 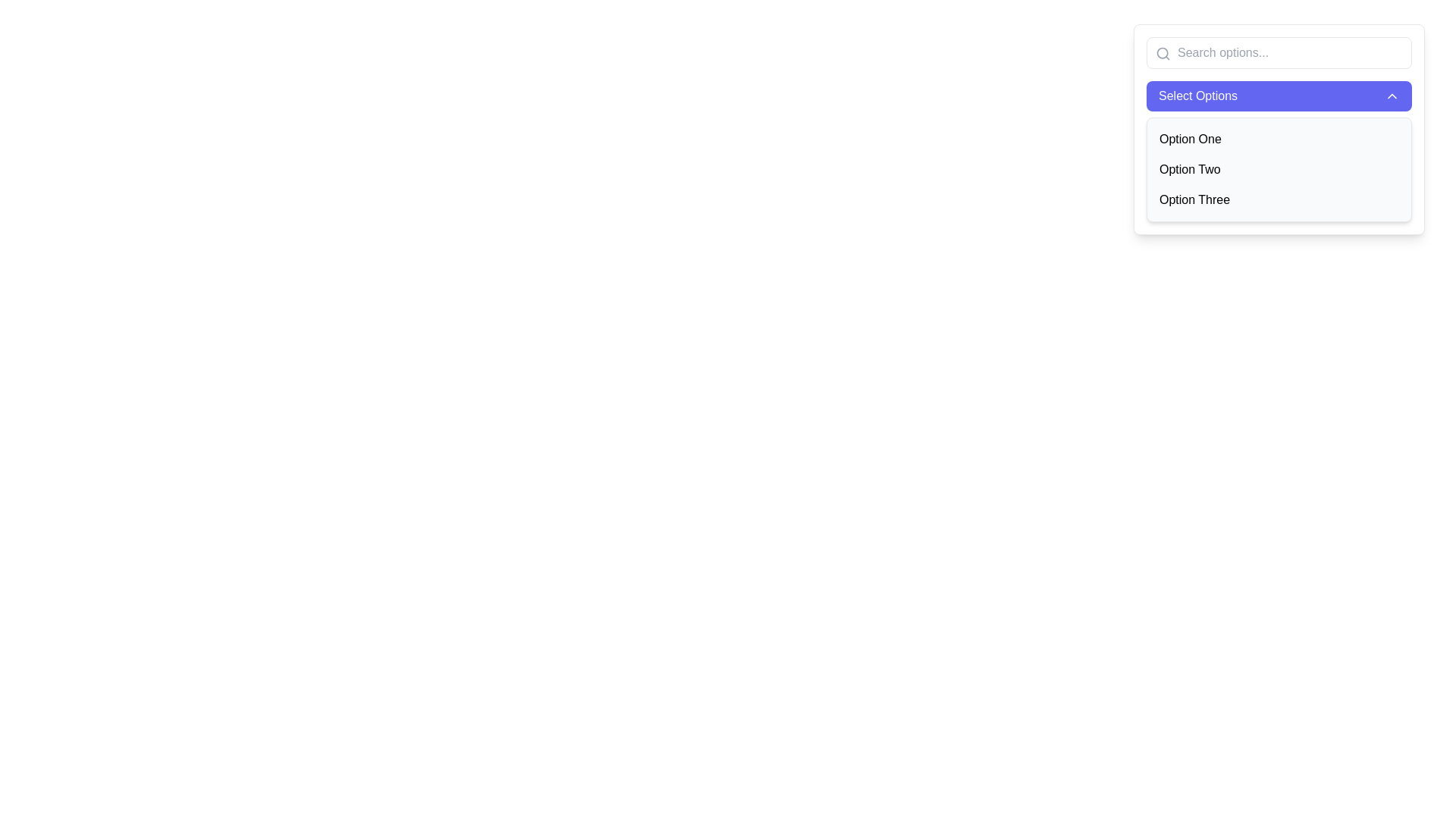 I want to click on the selectable Text label option within the dropdown menu located beneath the 'Select Options' button, which is the first item in the list, so click(x=1189, y=140).